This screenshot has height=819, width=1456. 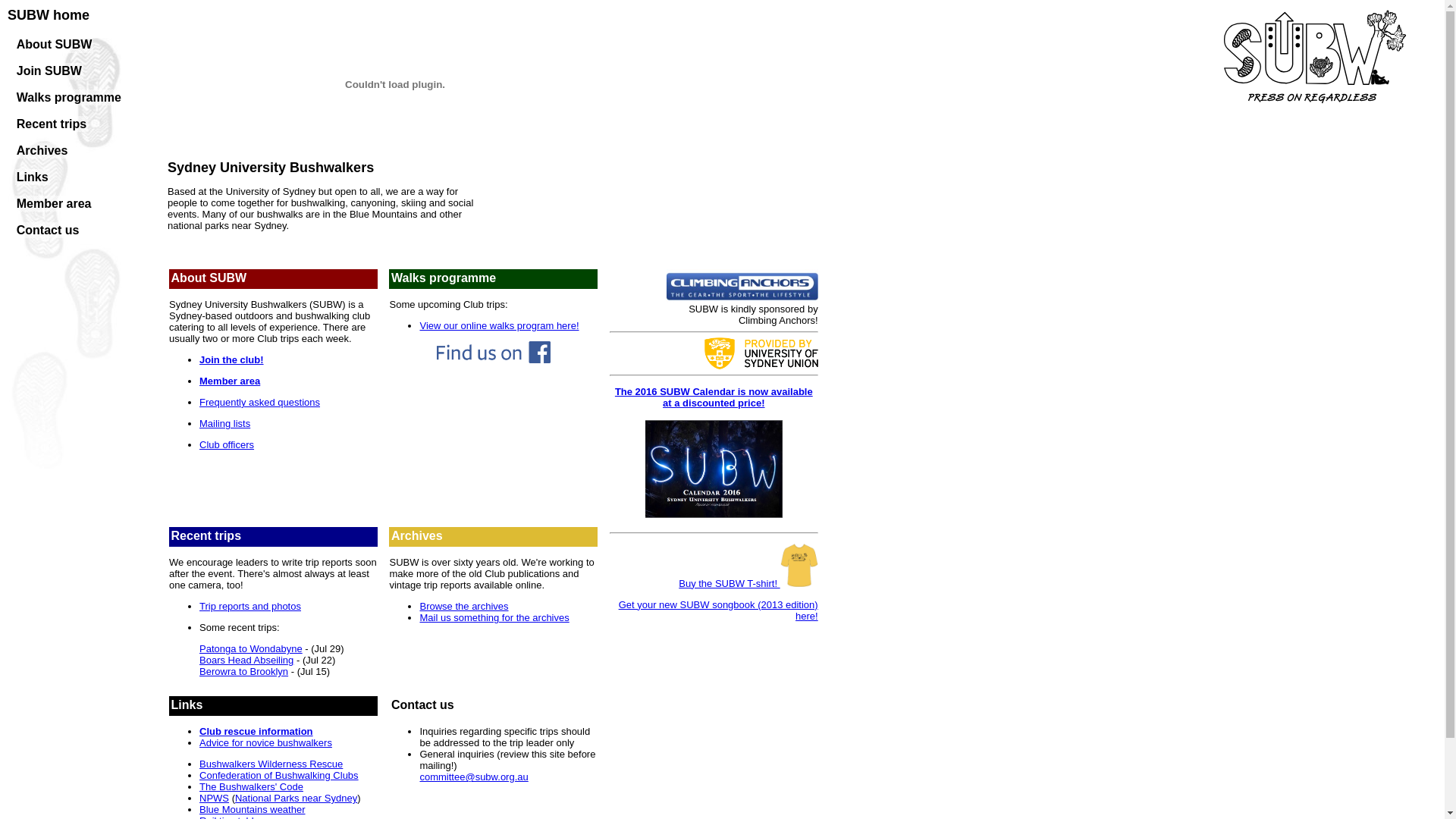 I want to click on 'Advice for novice bushwalkers', so click(x=199, y=742).